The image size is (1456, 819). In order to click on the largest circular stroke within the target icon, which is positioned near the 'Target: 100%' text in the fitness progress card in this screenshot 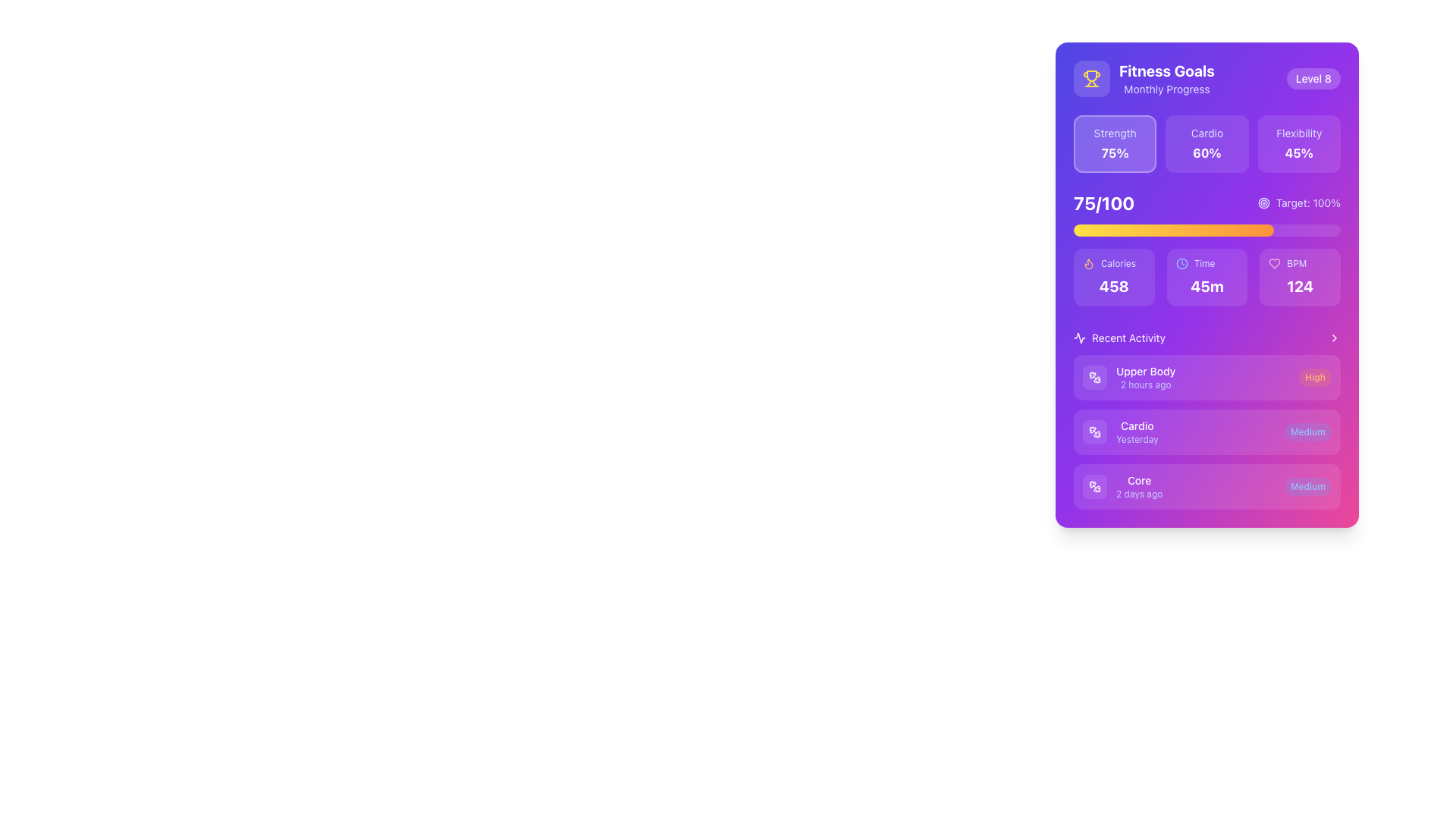, I will do `click(1263, 202)`.